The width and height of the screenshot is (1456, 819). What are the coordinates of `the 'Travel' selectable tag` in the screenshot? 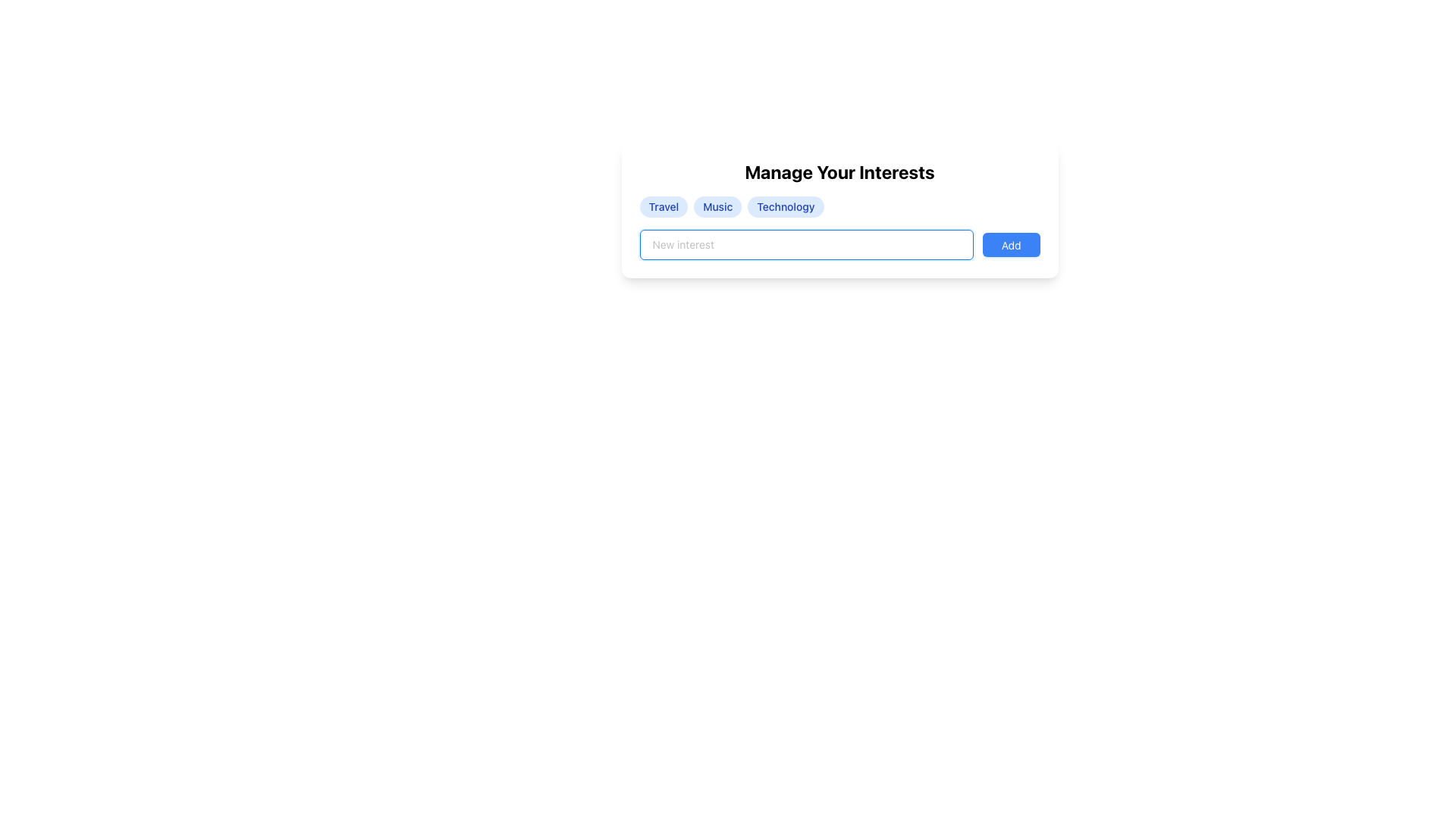 It's located at (664, 207).